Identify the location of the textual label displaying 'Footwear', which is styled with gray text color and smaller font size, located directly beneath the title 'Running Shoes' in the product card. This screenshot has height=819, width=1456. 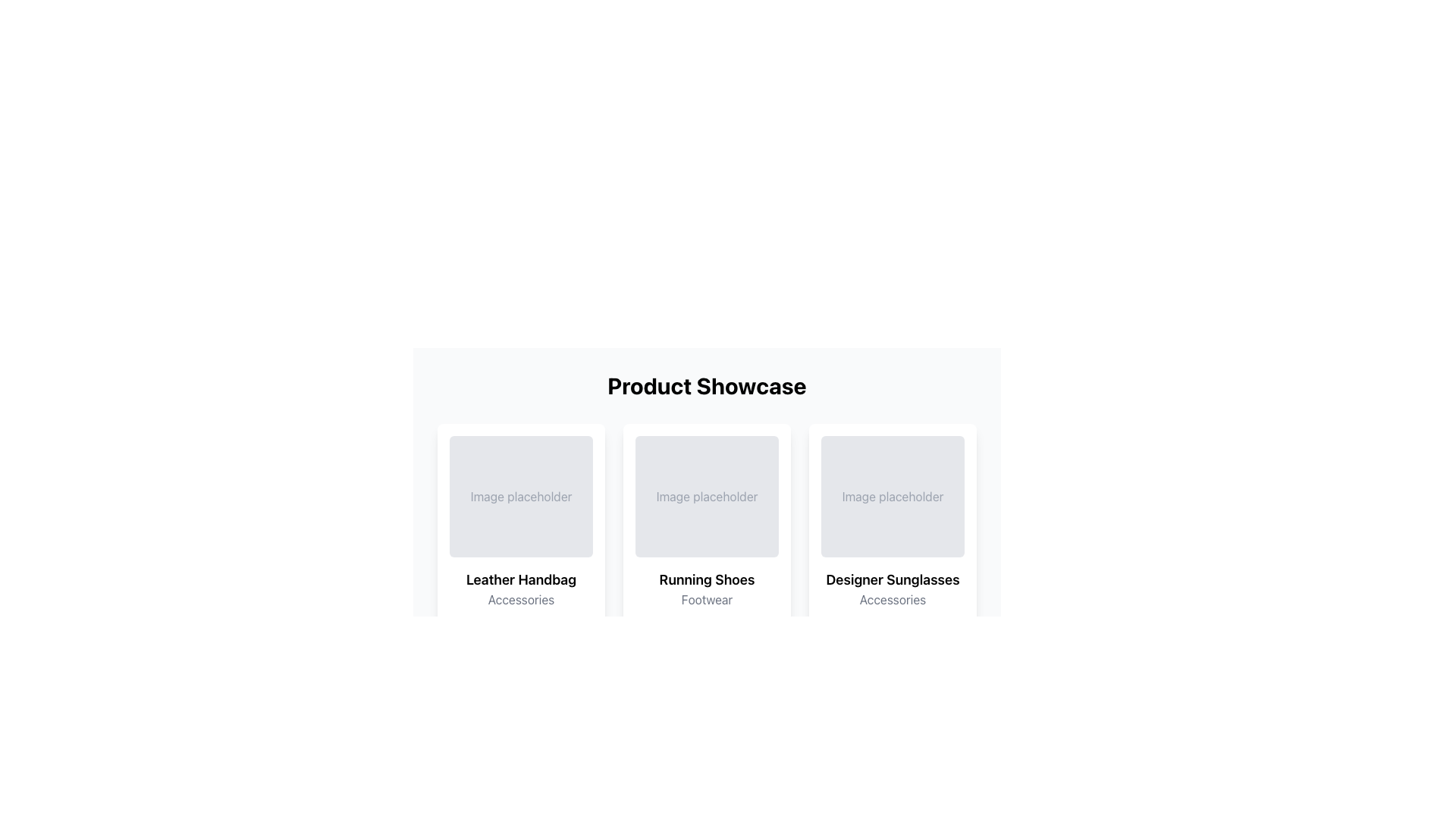
(706, 598).